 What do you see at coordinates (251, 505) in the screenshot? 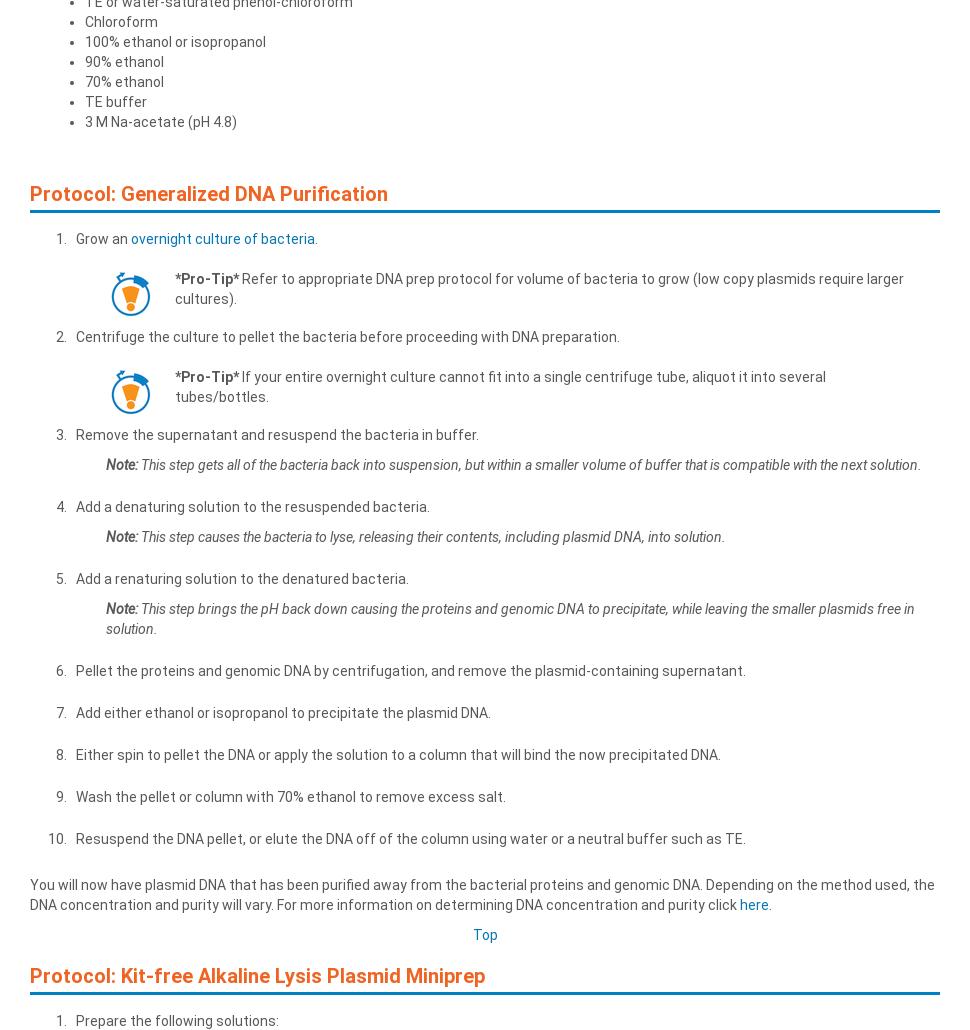
I see `'Add a denaturing solution to the resuspended bacteria.'` at bounding box center [251, 505].